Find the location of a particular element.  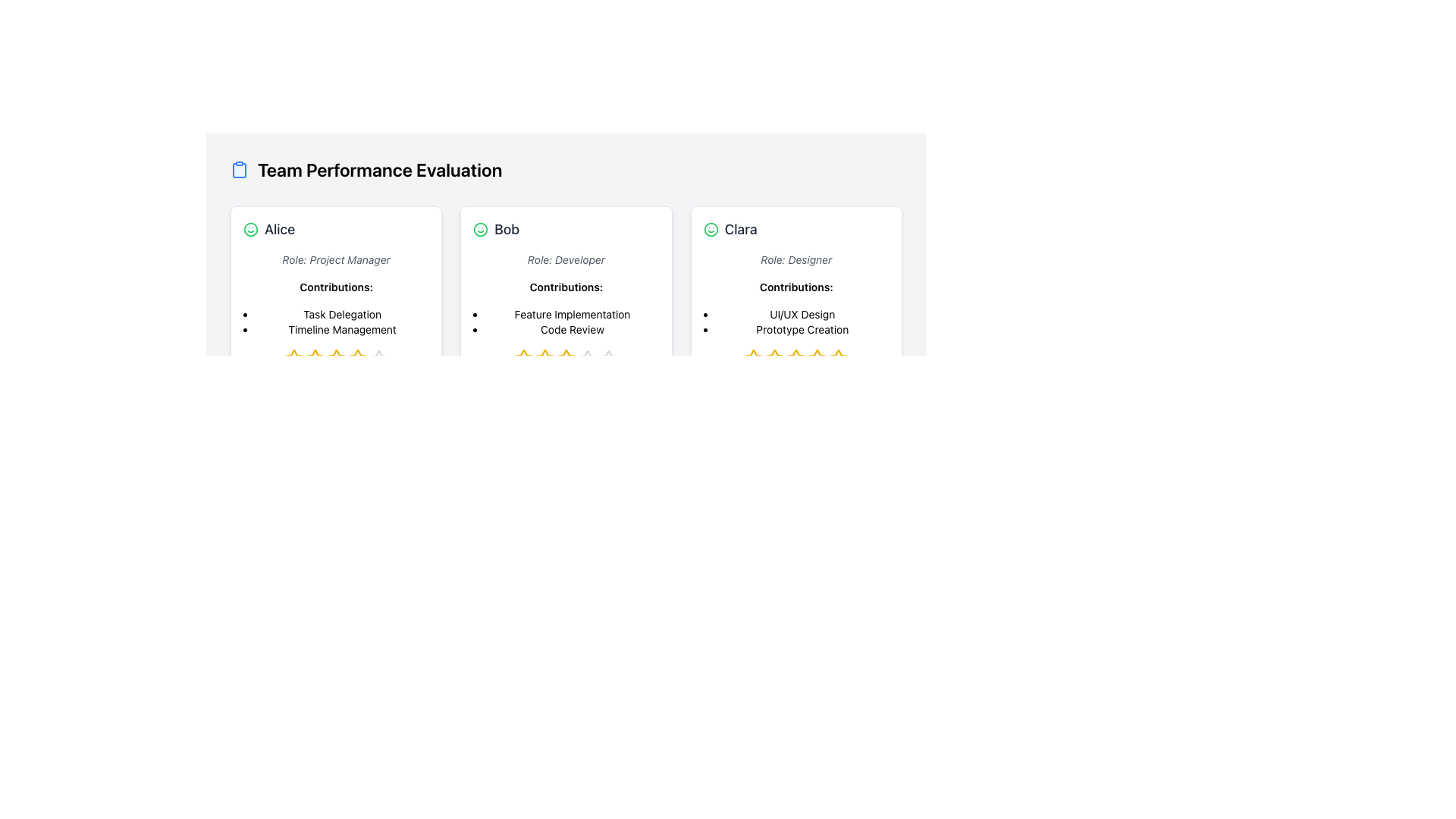

the text label that reads 'Role: Designer' in a small italic font, located on Clara's profile card, below her name and above the Contributions title is located at coordinates (795, 259).